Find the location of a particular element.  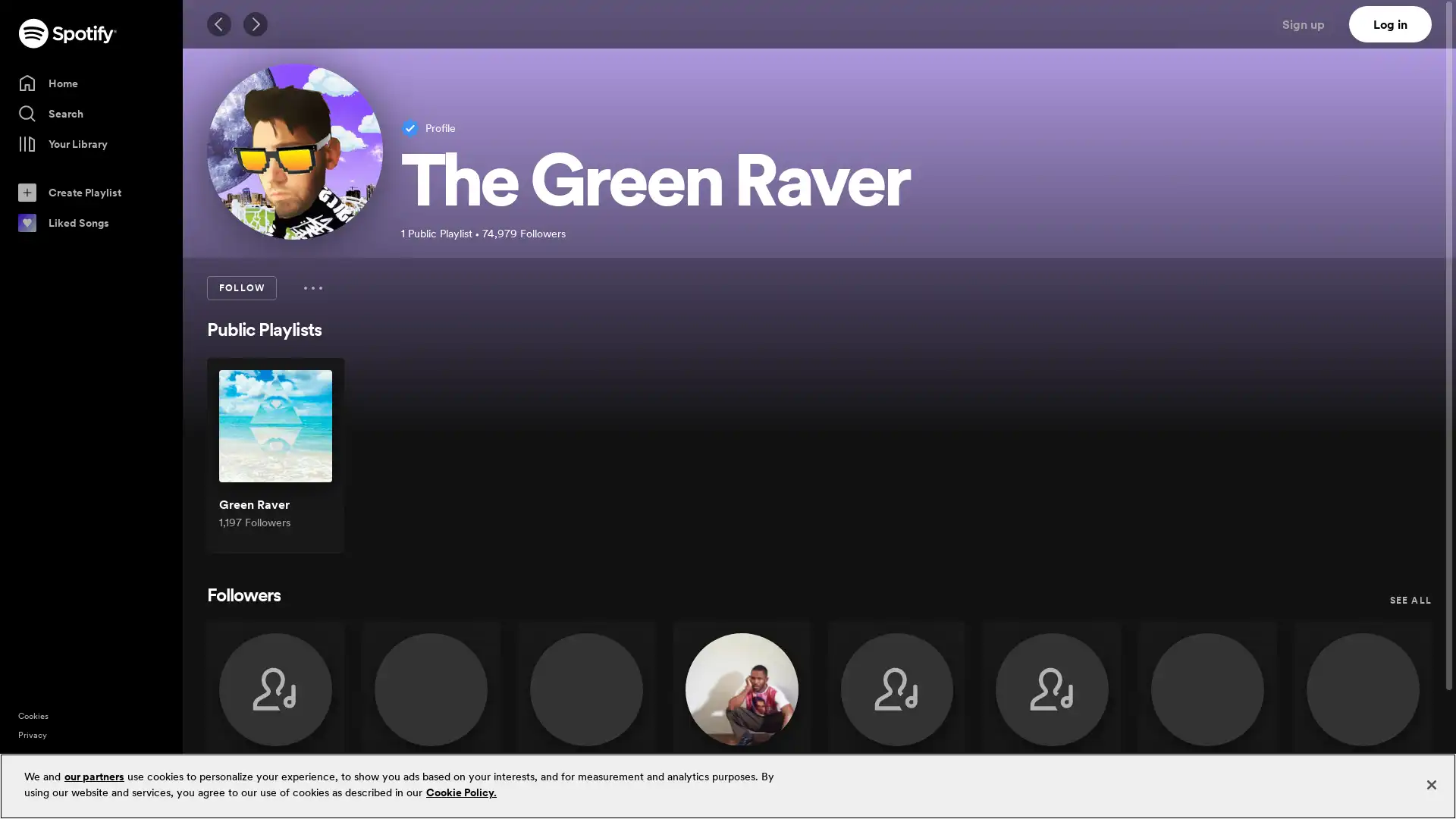

Sign up is located at coordinates (1312, 24).